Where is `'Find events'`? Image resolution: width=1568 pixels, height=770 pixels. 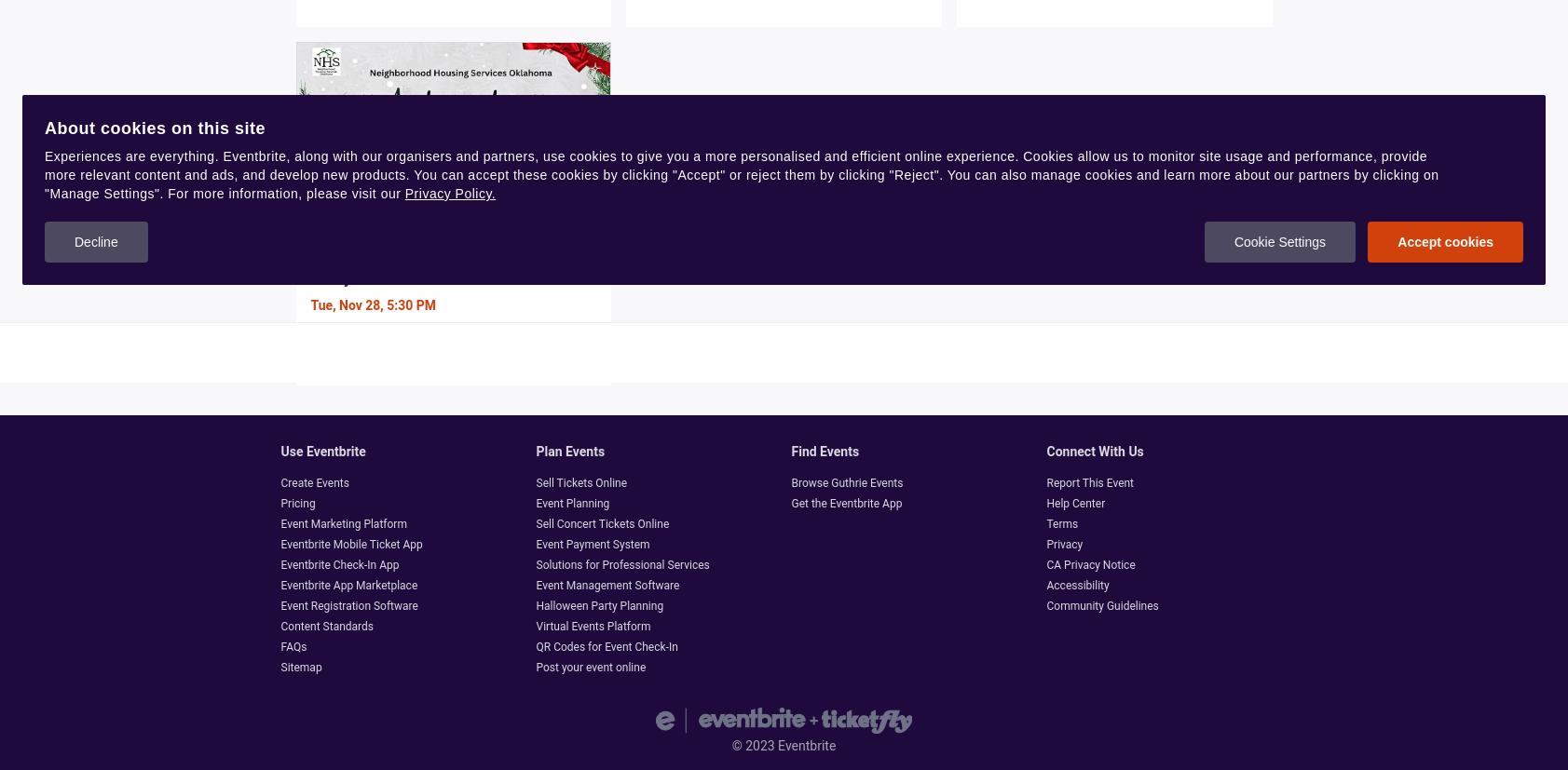 'Find events' is located at coordinates (791, 451).